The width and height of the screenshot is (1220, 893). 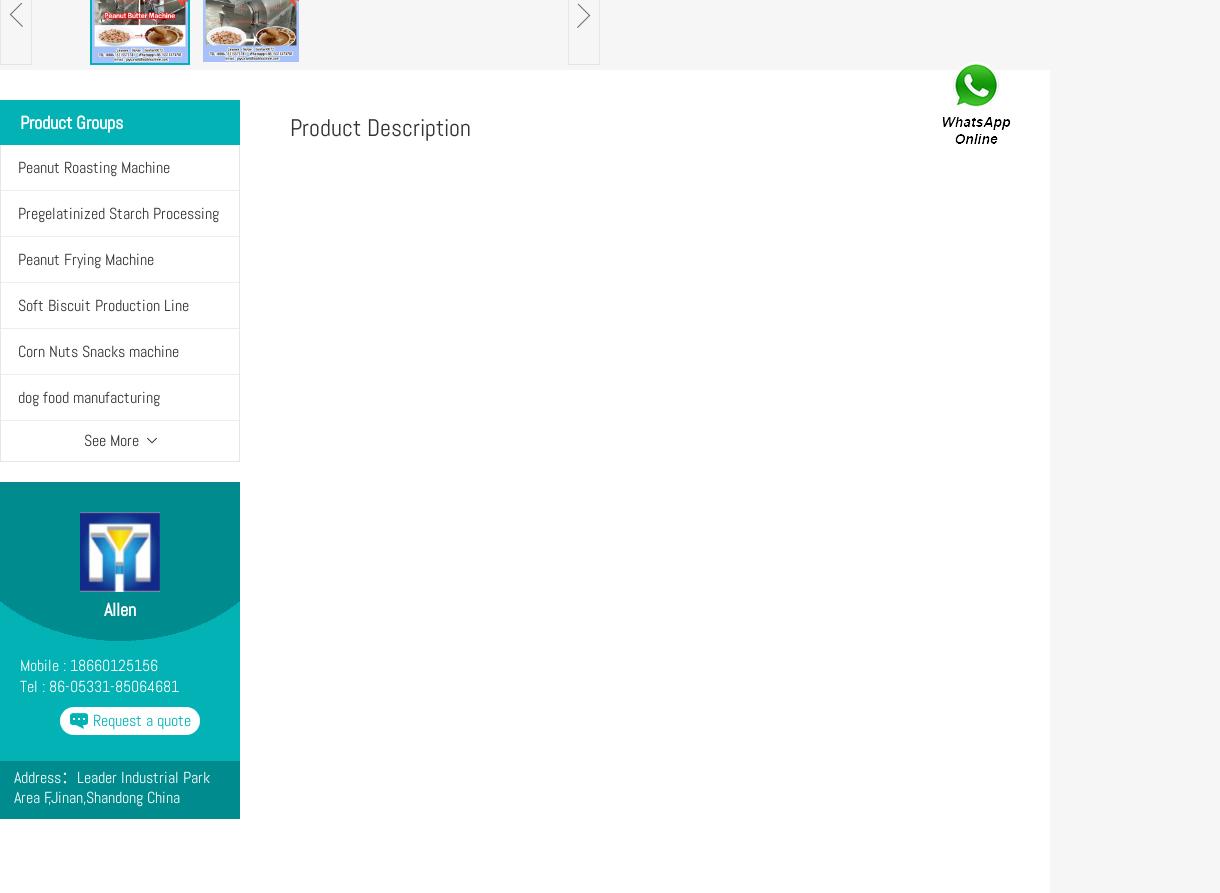 What do you see at coordinates (88, 419) in the screenshot?
I see `'dog food manufacturing equipment'` at bounding box center [88, 419].